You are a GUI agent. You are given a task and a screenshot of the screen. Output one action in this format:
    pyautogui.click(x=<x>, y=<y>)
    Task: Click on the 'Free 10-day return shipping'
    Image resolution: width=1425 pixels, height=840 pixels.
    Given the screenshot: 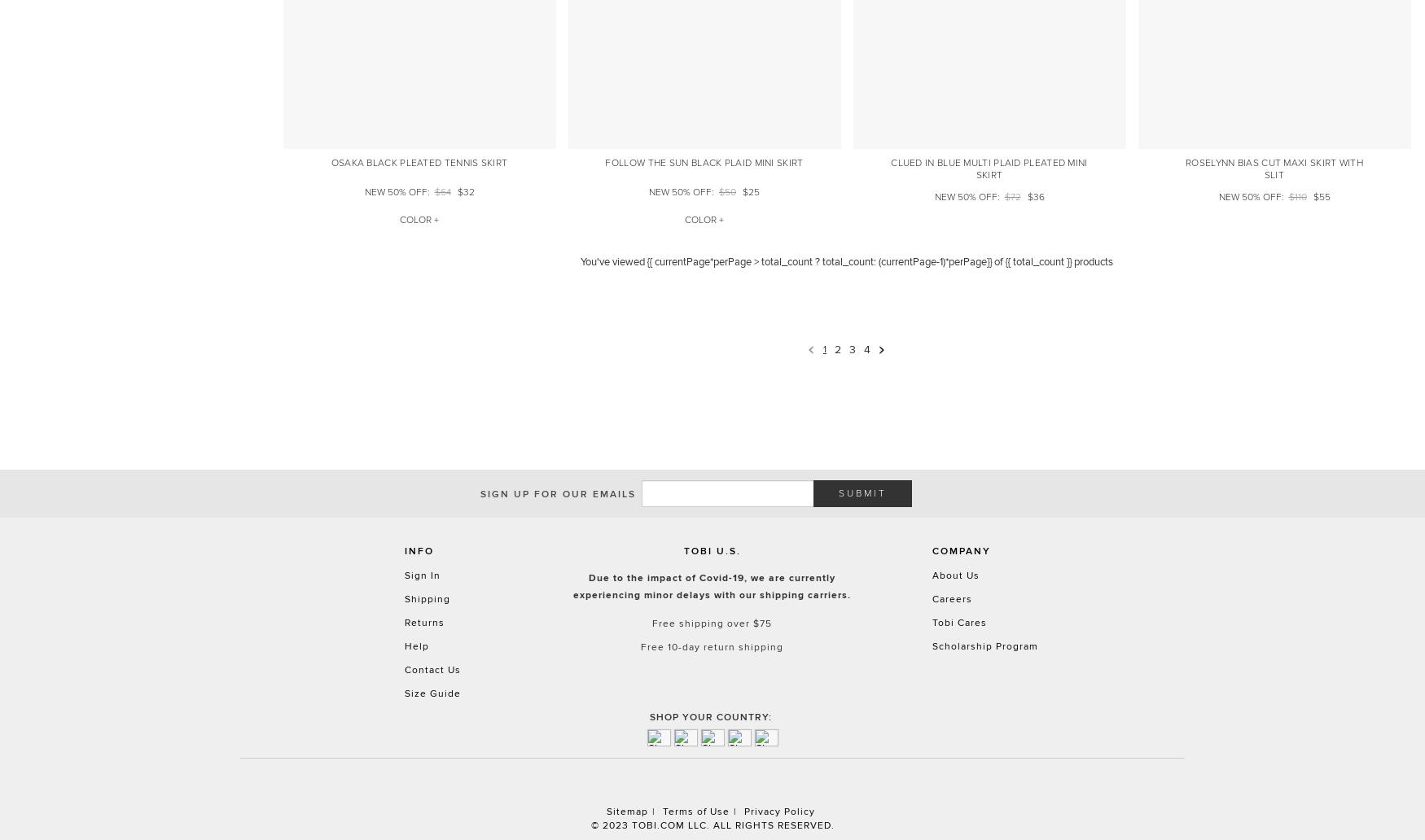 What is the action you would take?
    pyautogui.click(x=712, y=646)
    